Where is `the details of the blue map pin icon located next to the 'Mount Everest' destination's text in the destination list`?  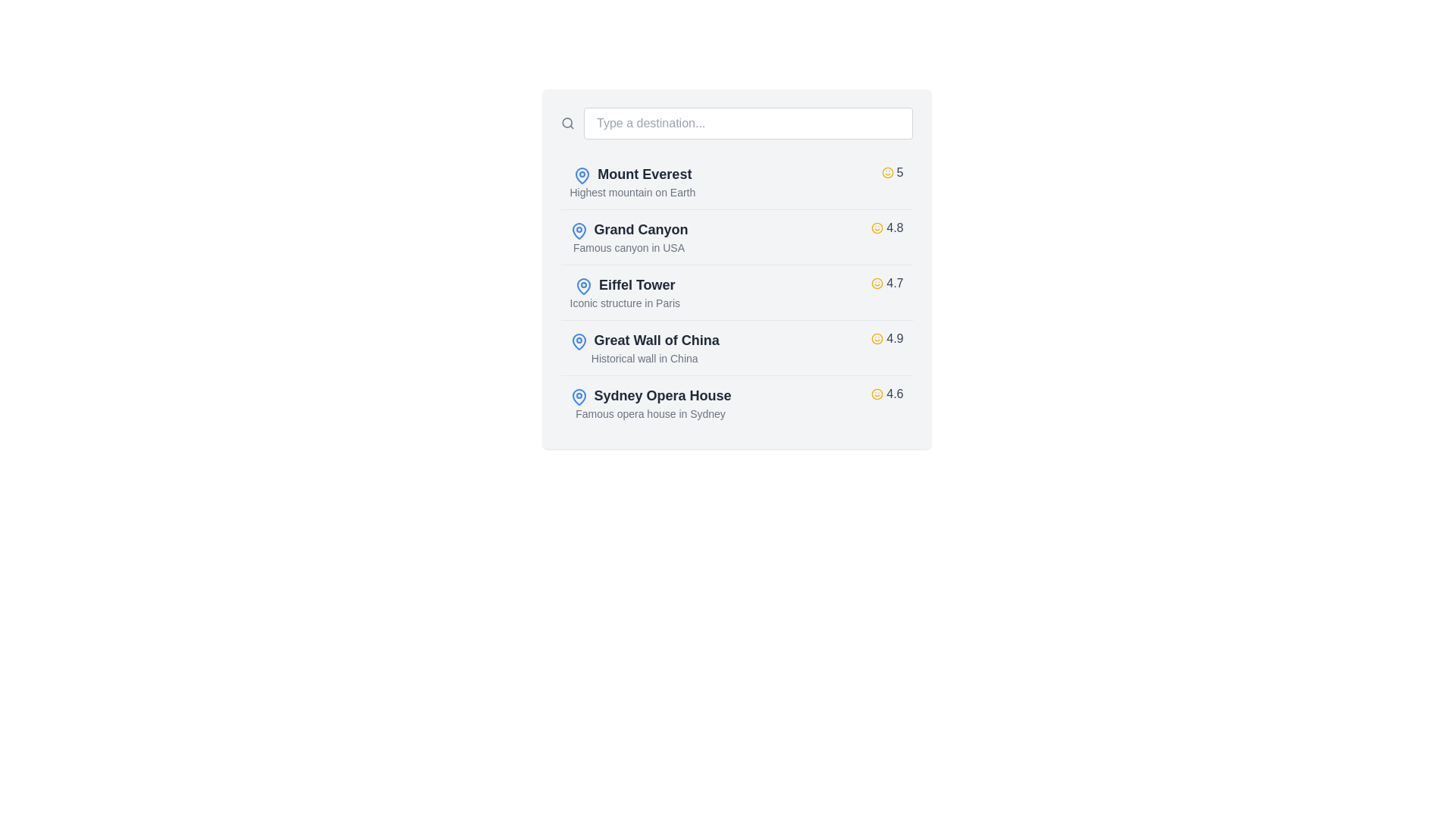
the details of the blue map pin icon located next to the 'Mount Everest' destination's text in the destination list is located at coordinates (582, 174).